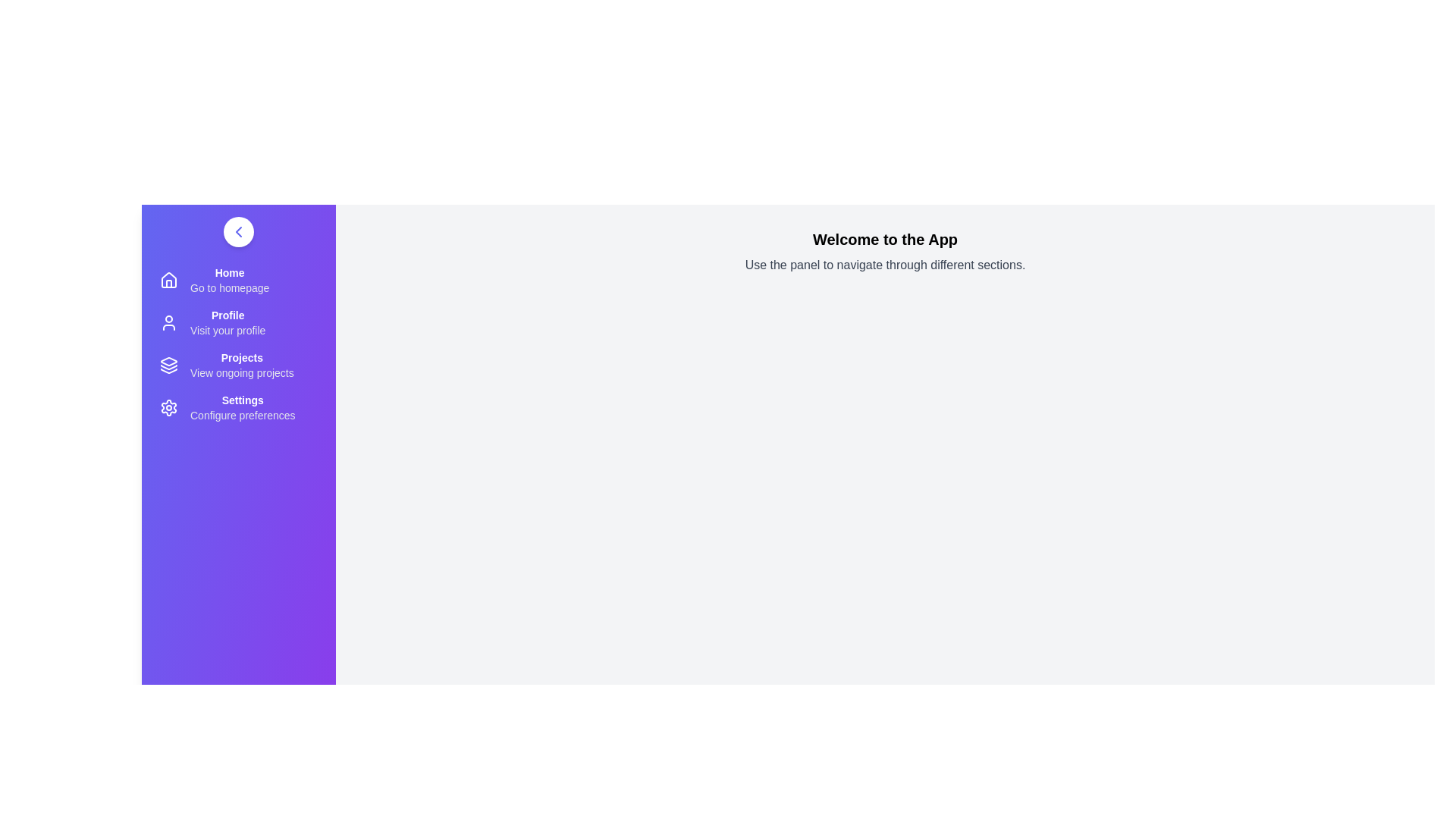 This screenshot has width=1456, height=819. I want to click on the 'Settings' menu item to configure preferences, so click(238, 406).